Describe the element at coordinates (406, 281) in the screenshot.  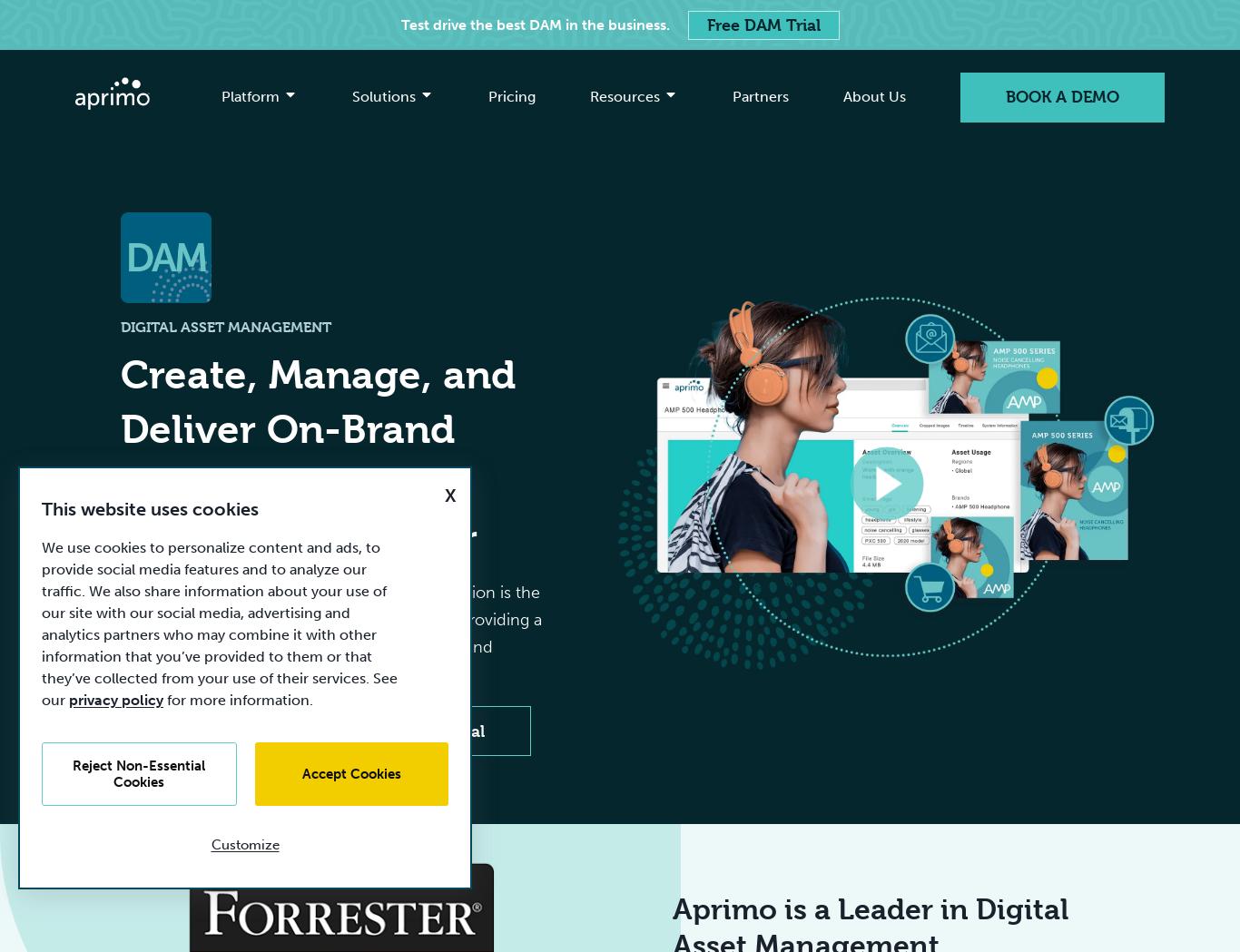
I see `'Manage content planning, creation, and distribution all in one place to get on-brand, personalized customer experiences to market faster.'` at that location.